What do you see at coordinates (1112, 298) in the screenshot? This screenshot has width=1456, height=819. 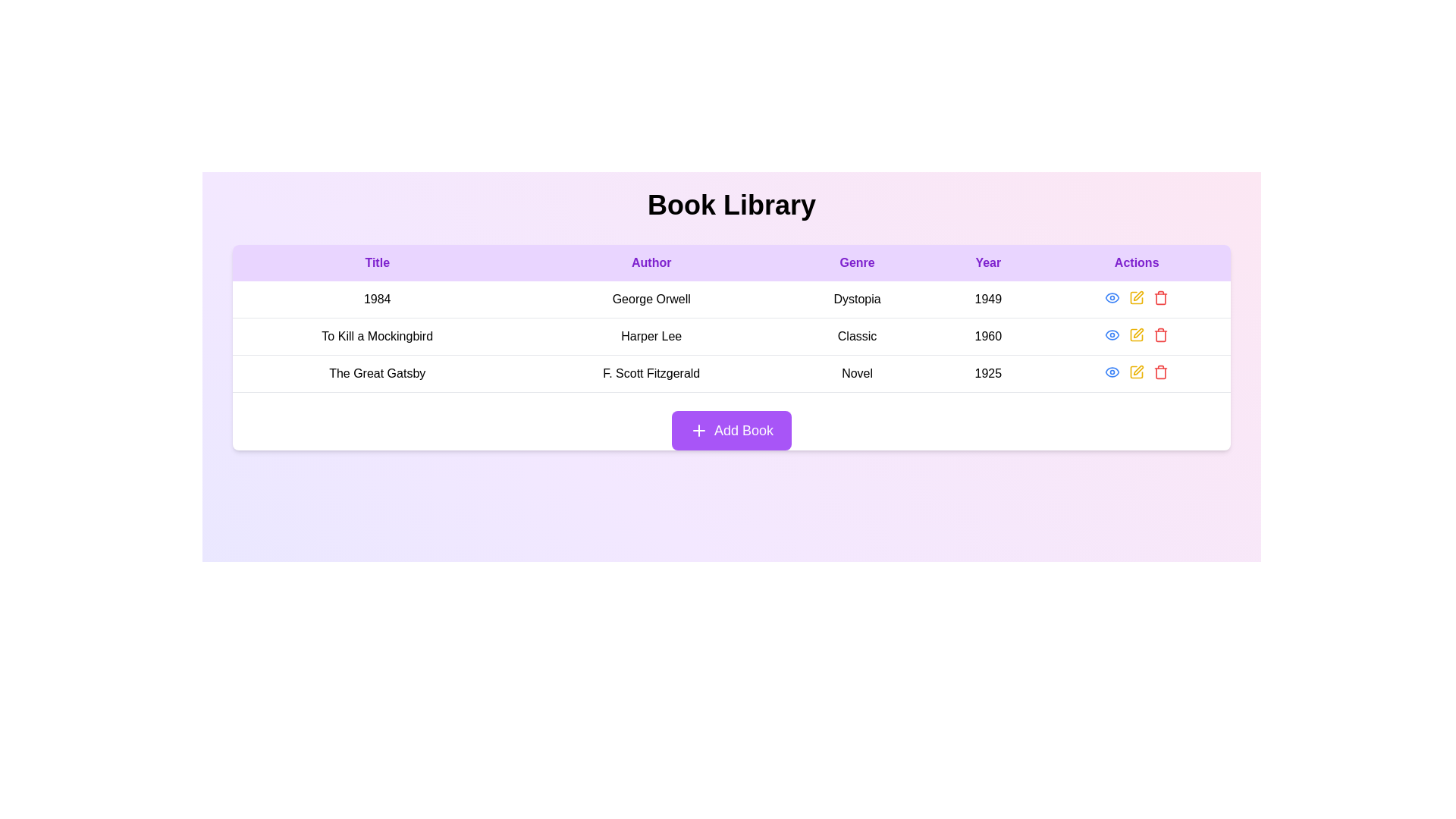 I see `the first icon button in the 'Actions' column of the table` at bounding box center [1112, 298].